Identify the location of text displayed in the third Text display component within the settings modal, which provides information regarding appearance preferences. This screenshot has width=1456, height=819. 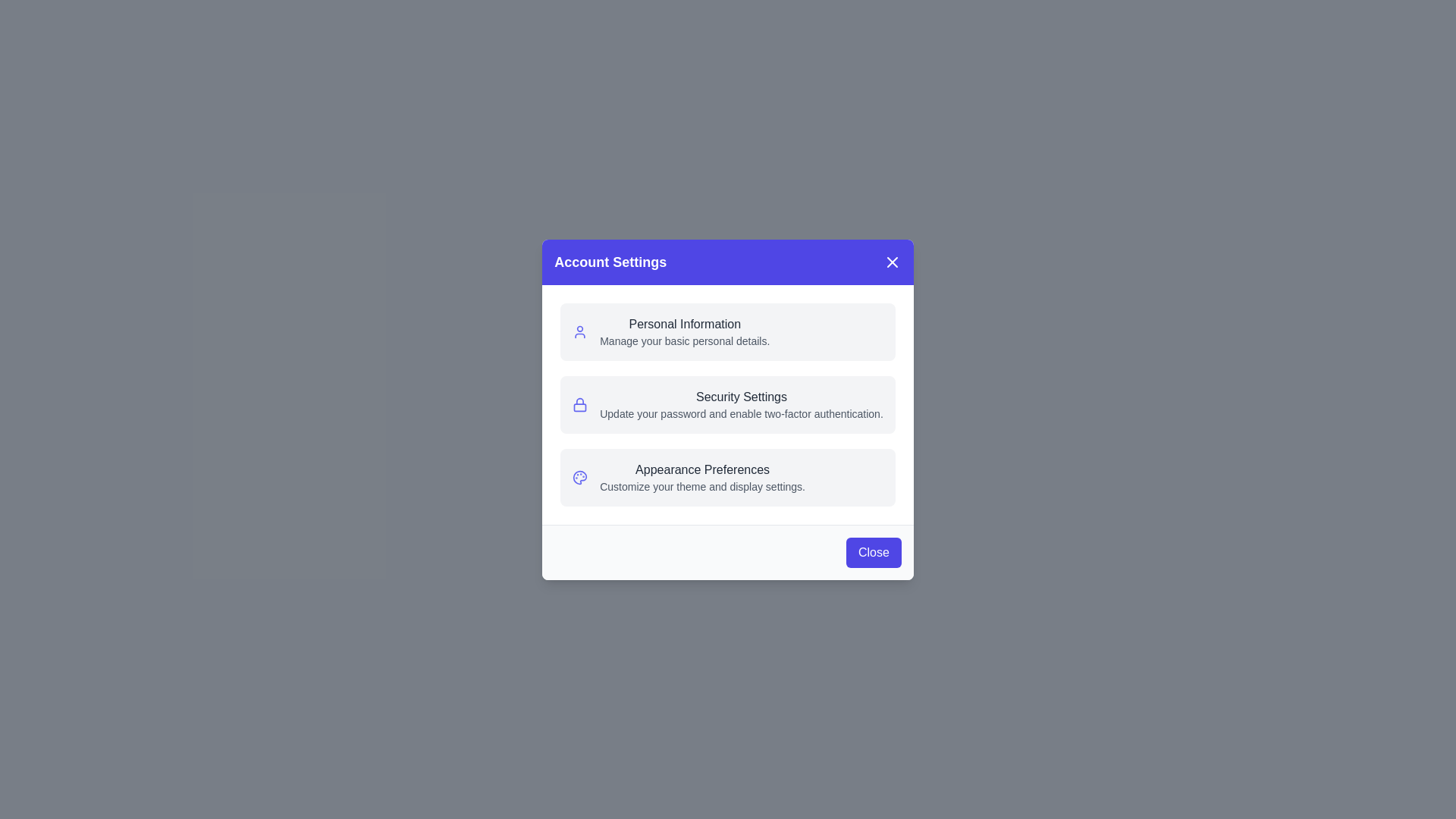
(701, 476).